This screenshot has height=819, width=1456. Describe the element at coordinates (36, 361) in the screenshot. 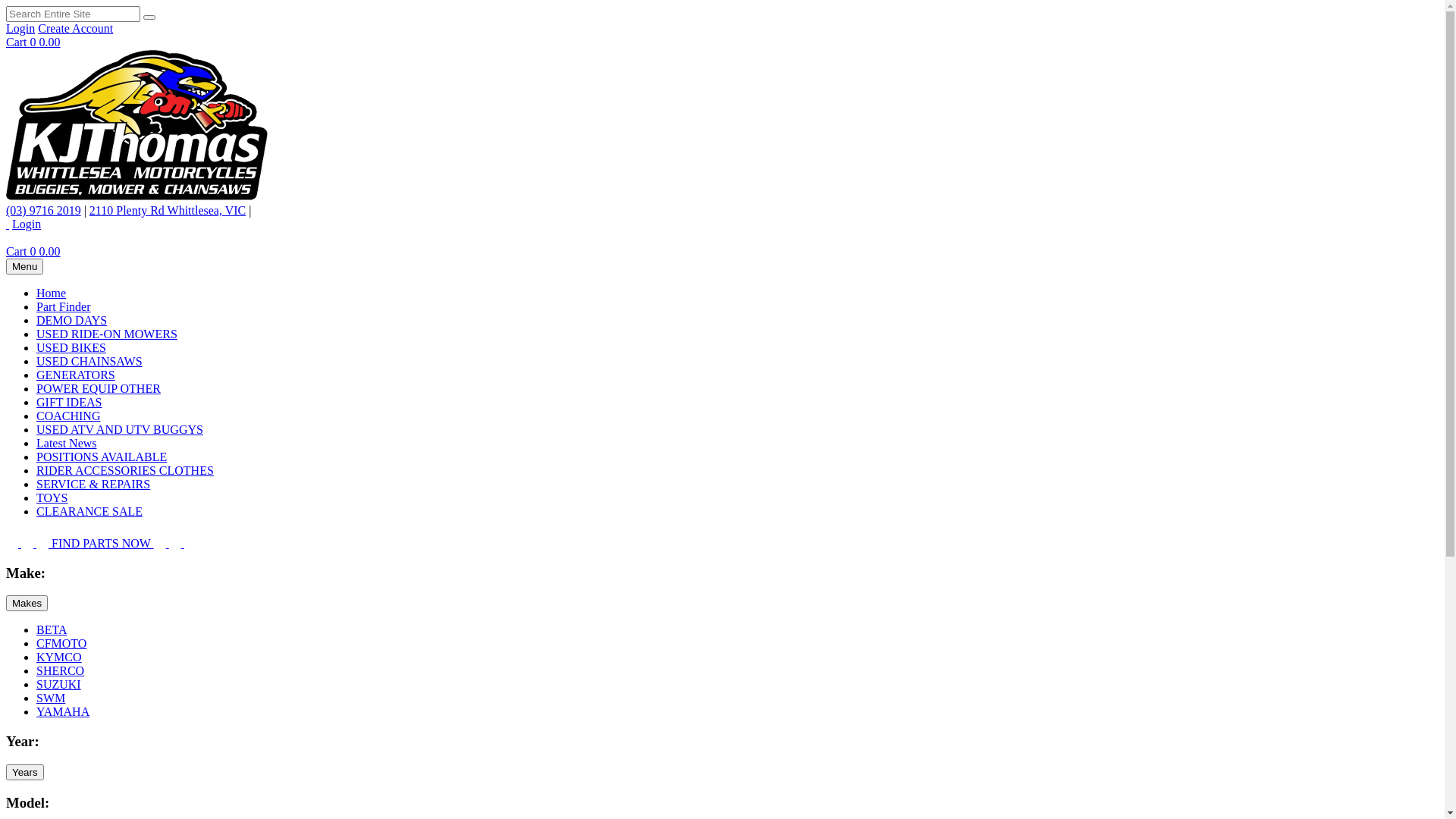

I see `'USED CHAINSAWS'` at that location.